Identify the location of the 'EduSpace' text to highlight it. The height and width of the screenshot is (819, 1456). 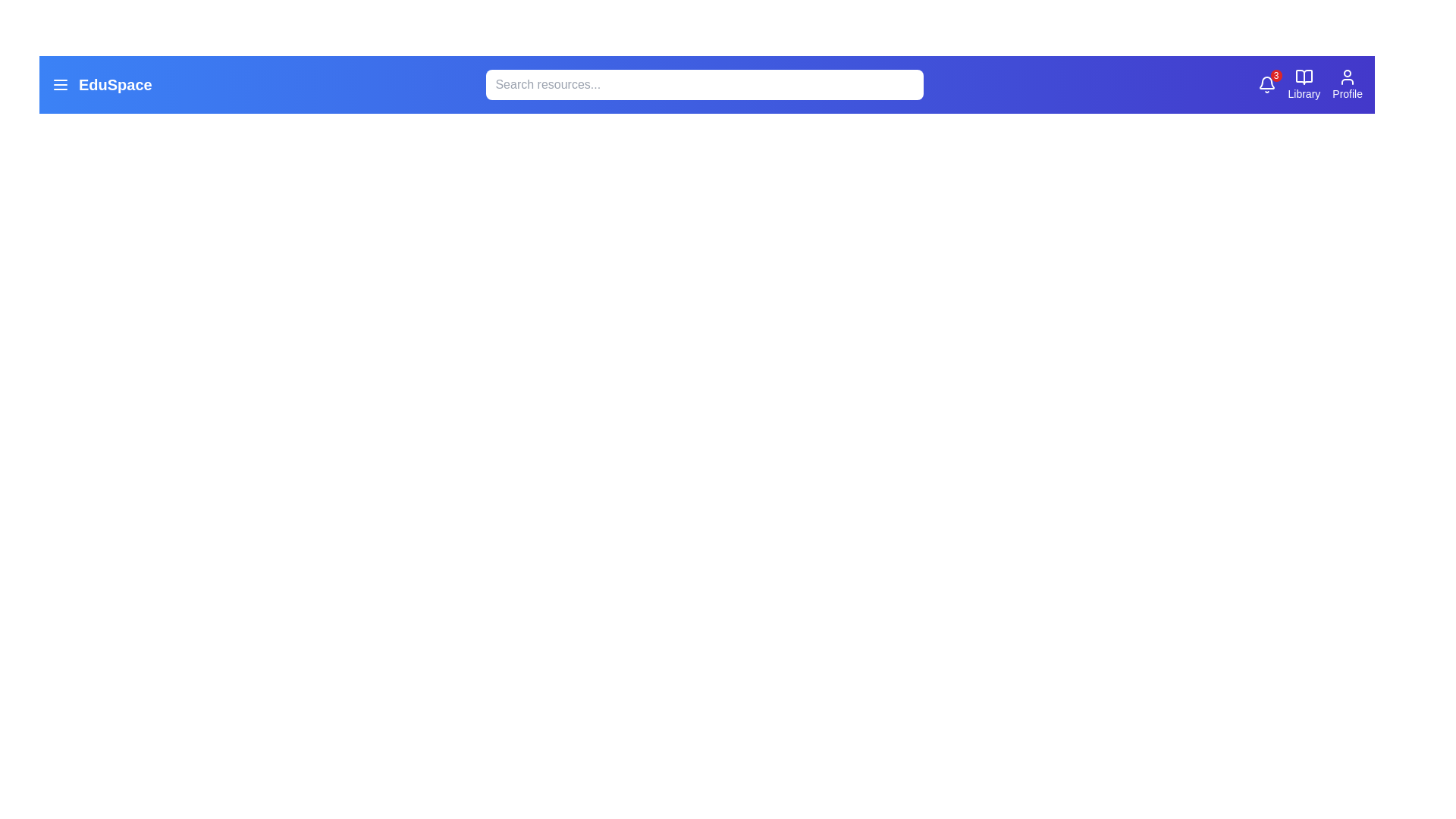
(101, 84).